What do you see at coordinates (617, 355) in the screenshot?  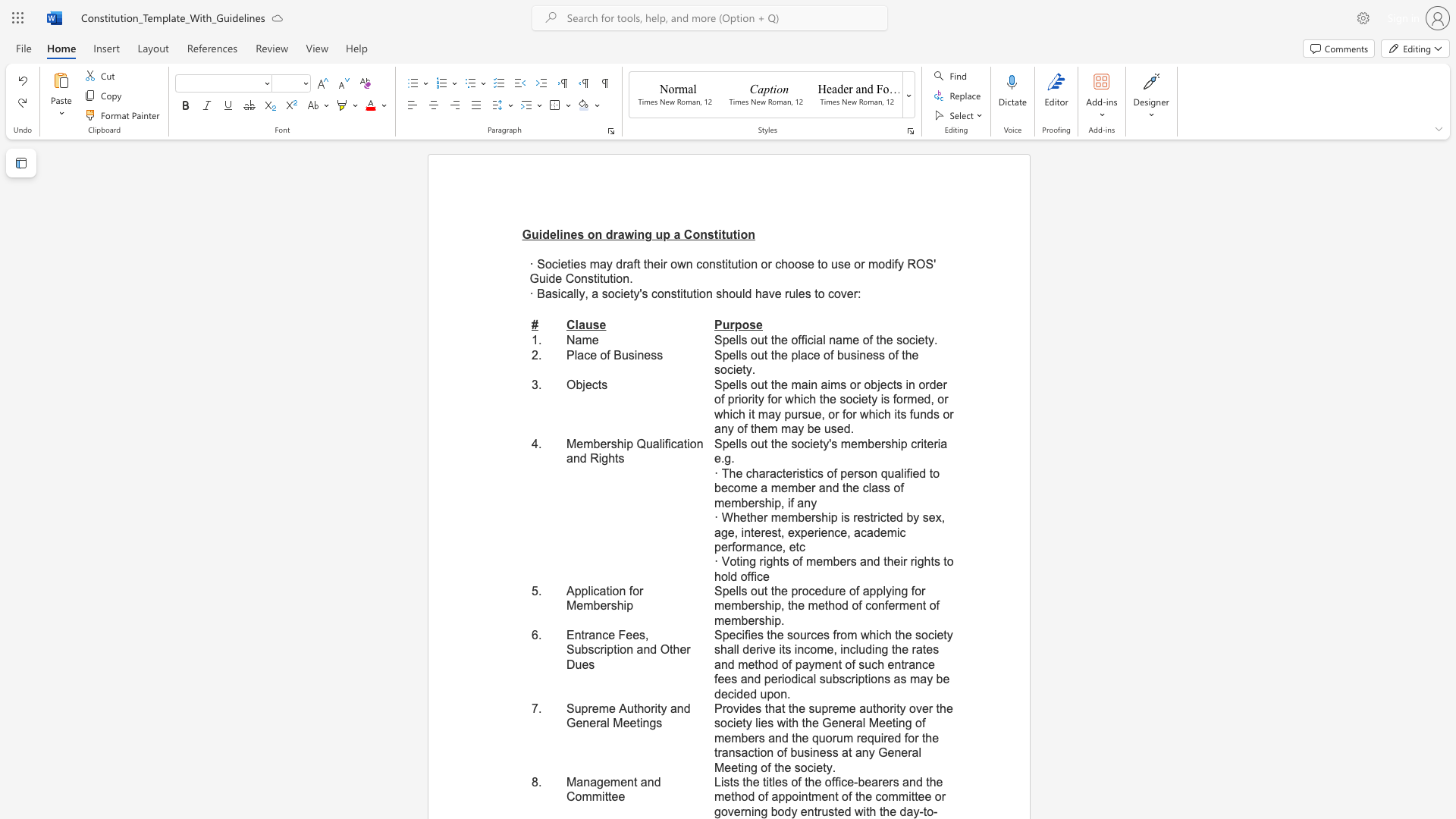 I see `the 1th character "B" in the text` at bounding box center [617, 355].